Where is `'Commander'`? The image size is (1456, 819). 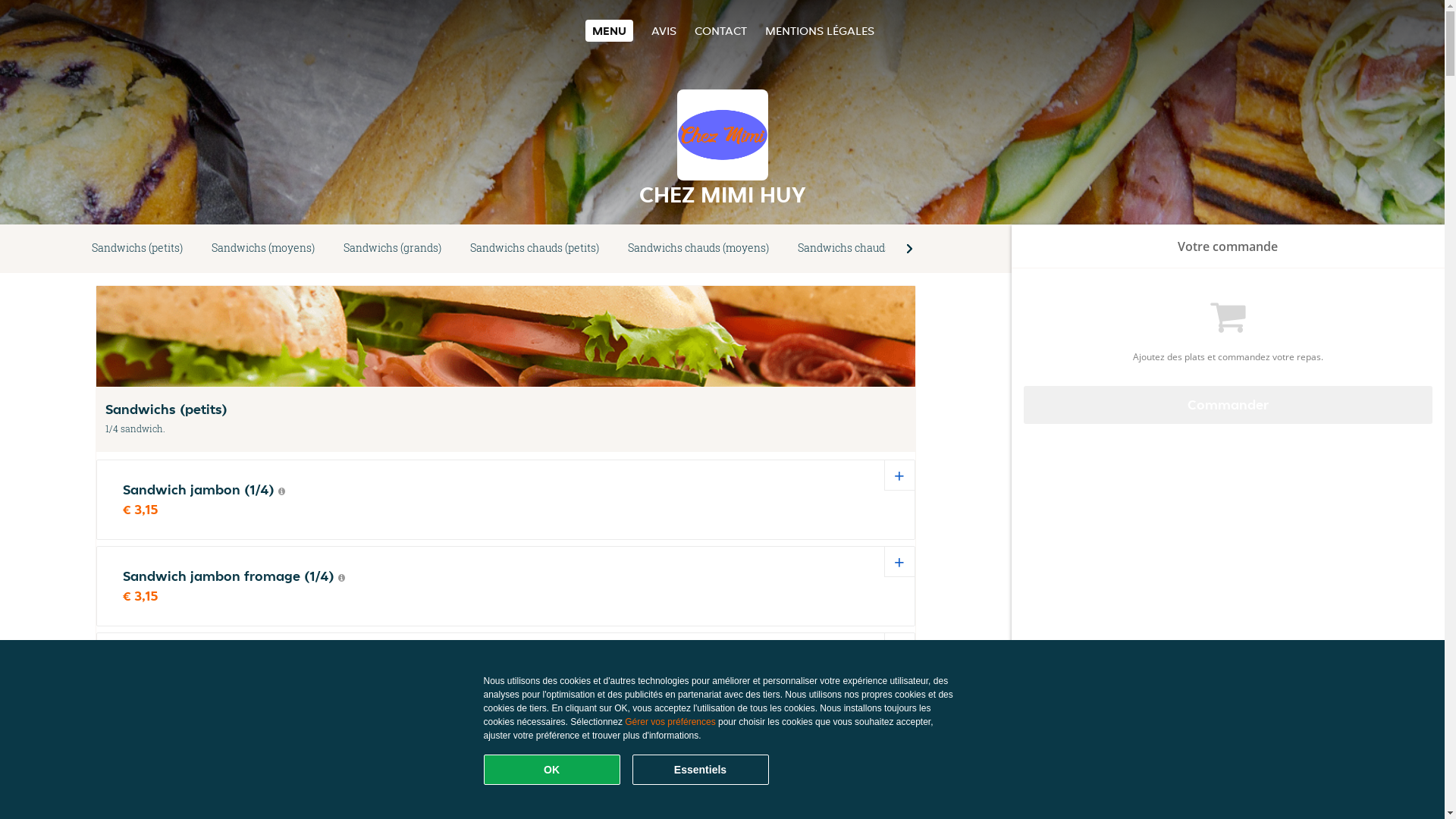
'Commander' is located at coordinates (1228, 403).